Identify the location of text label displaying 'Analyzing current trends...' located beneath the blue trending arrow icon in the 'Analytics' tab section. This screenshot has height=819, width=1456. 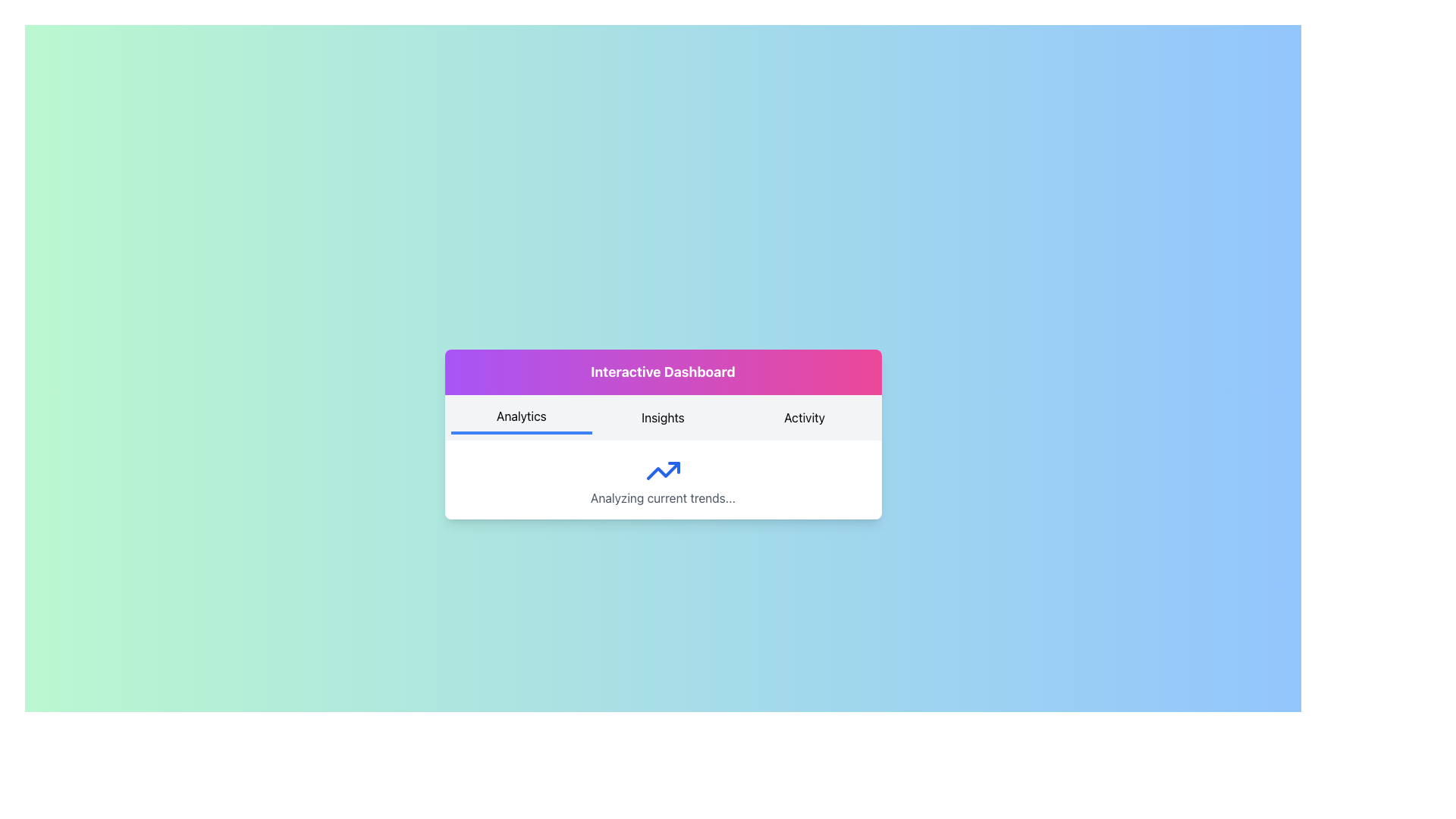
(663, 497).